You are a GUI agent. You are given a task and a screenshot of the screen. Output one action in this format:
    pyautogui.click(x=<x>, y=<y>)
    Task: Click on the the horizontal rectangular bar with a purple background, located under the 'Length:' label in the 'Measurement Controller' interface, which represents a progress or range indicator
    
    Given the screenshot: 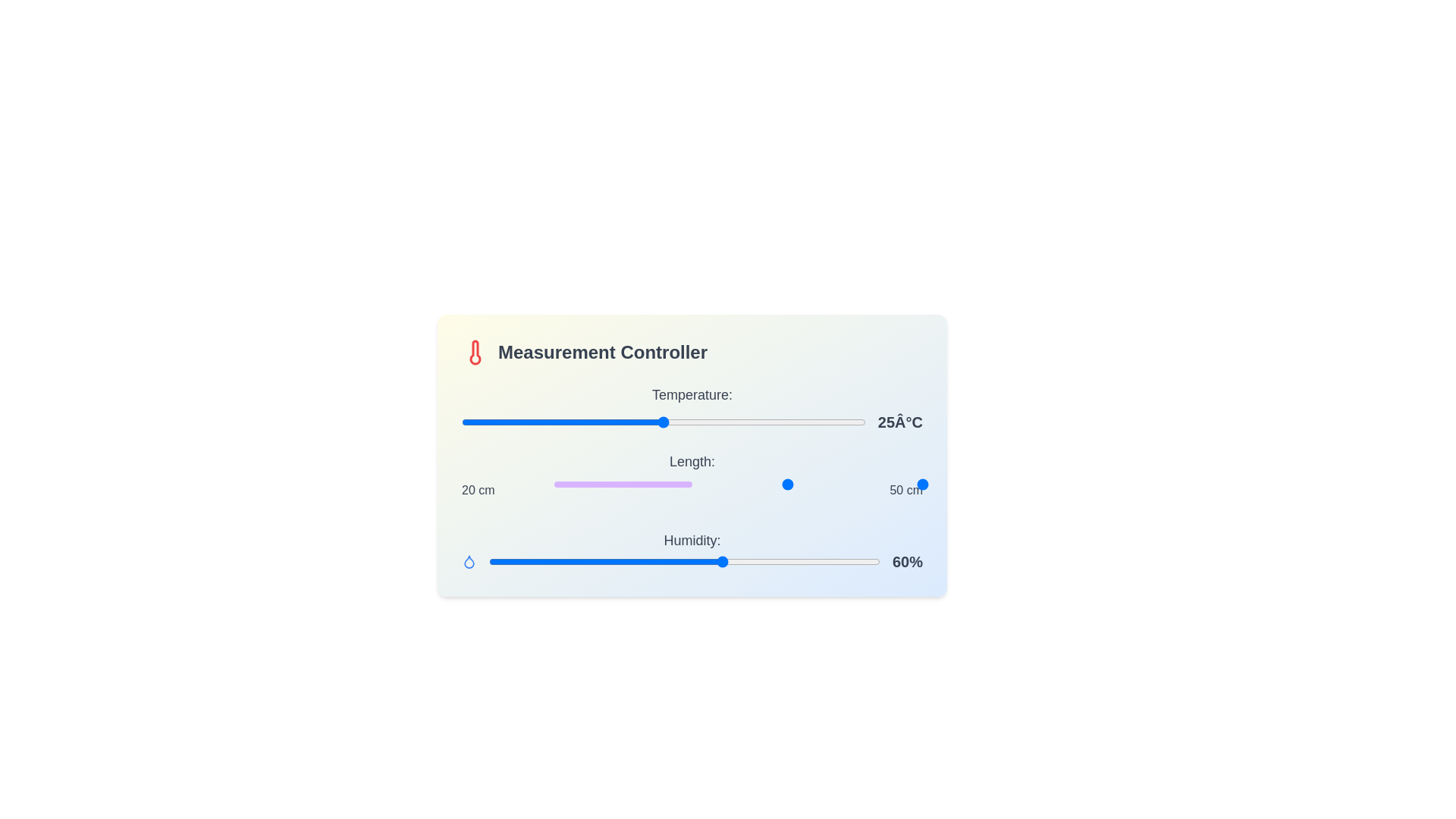 What is the action you would take?
    pyautogui.click(x=623, y=485)
    